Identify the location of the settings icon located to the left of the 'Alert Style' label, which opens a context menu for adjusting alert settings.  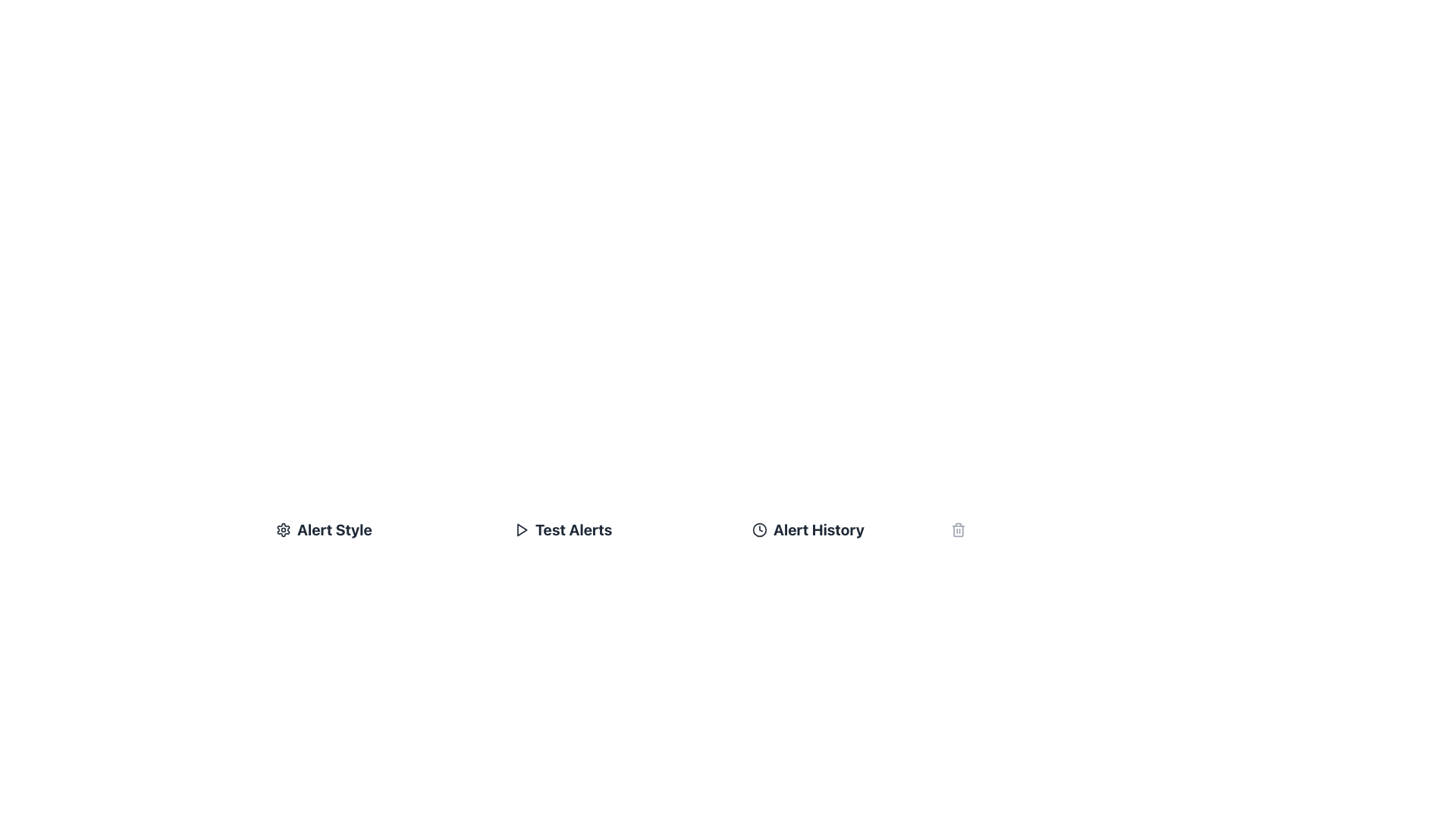
(284, 529).